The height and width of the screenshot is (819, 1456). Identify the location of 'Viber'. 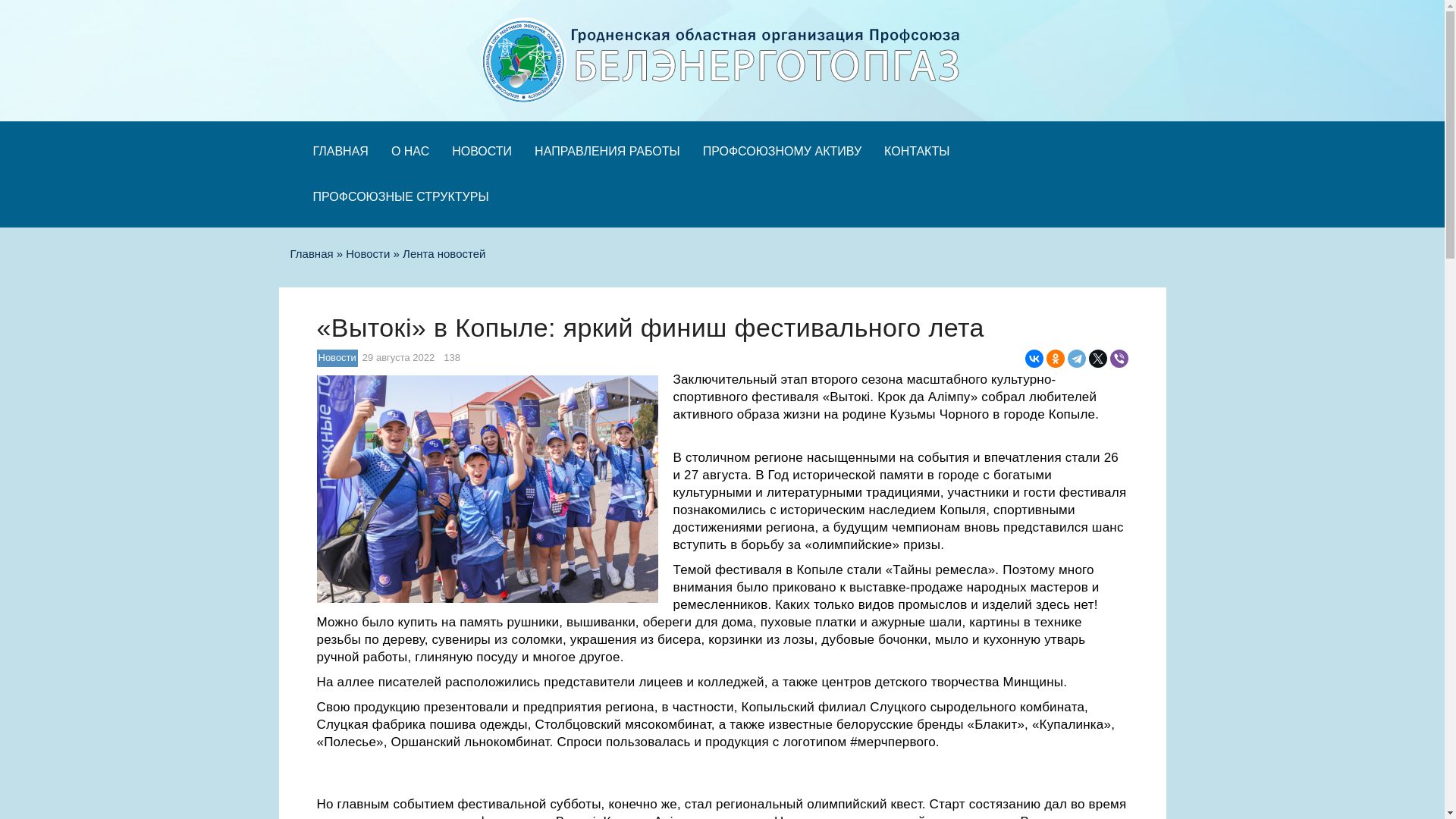
(1110, 359).